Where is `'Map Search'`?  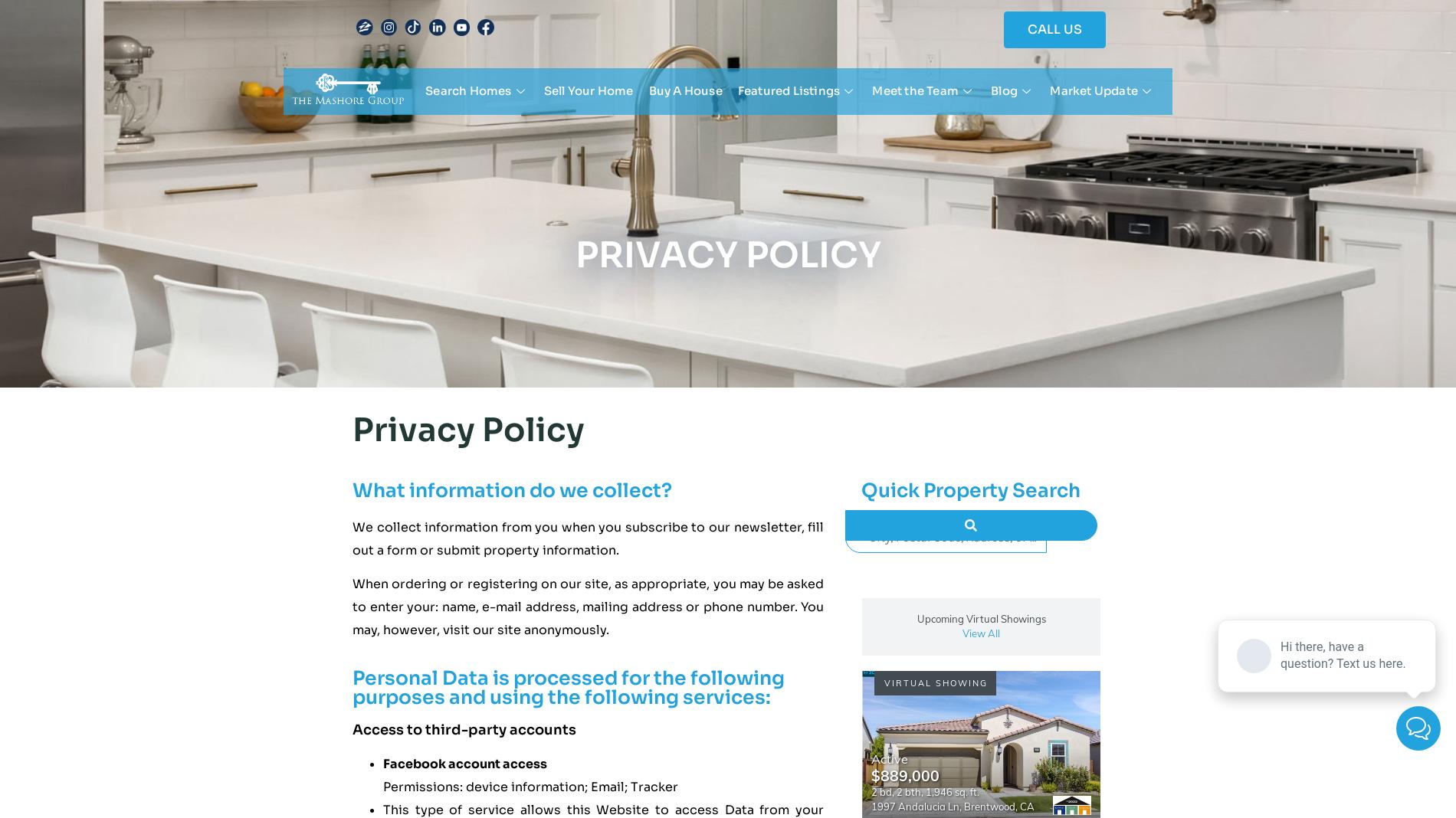
'Map Search' is located at coordinates (462, 126).